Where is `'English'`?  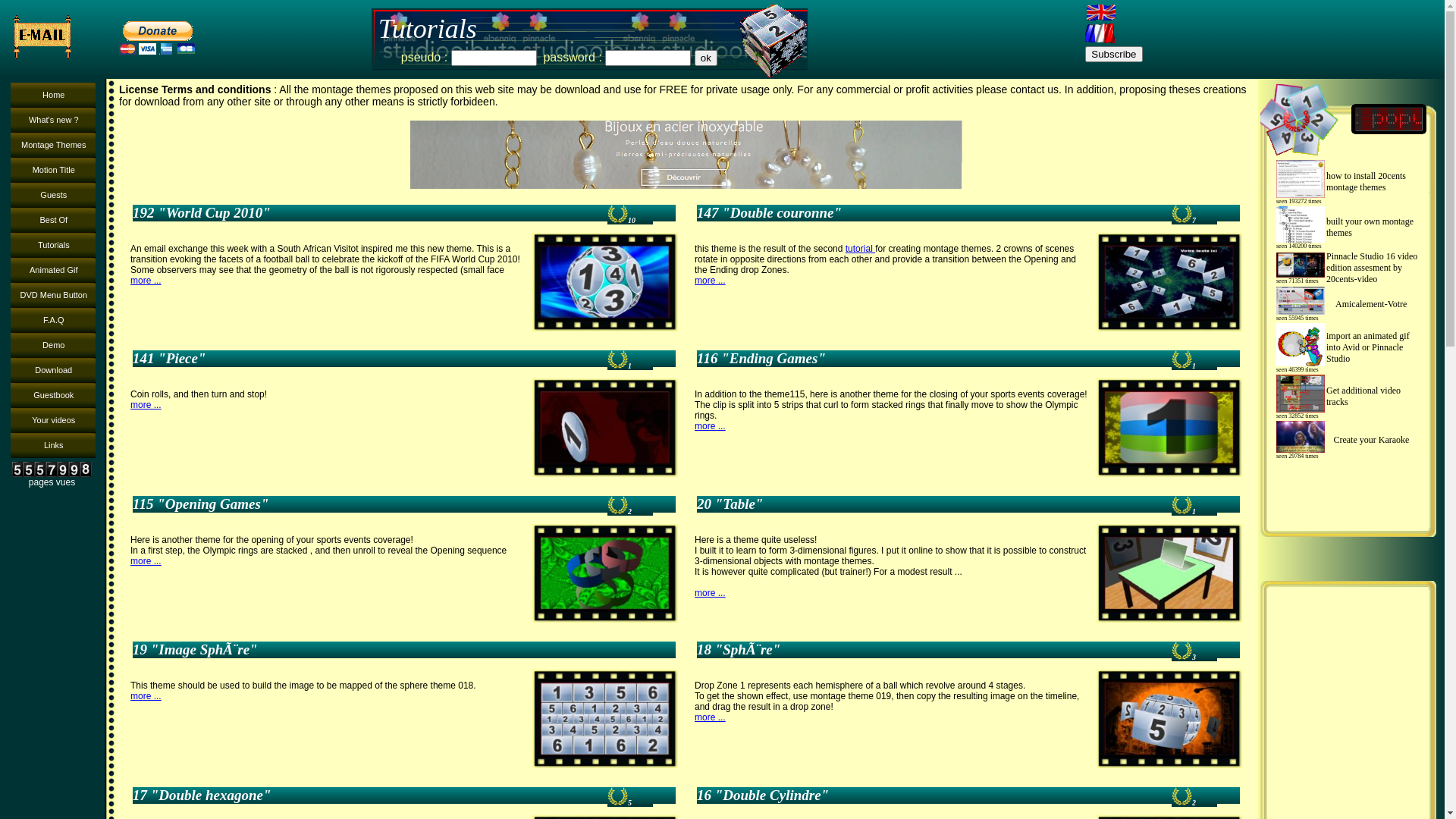
'English' is located at coordinates (1100, 12).